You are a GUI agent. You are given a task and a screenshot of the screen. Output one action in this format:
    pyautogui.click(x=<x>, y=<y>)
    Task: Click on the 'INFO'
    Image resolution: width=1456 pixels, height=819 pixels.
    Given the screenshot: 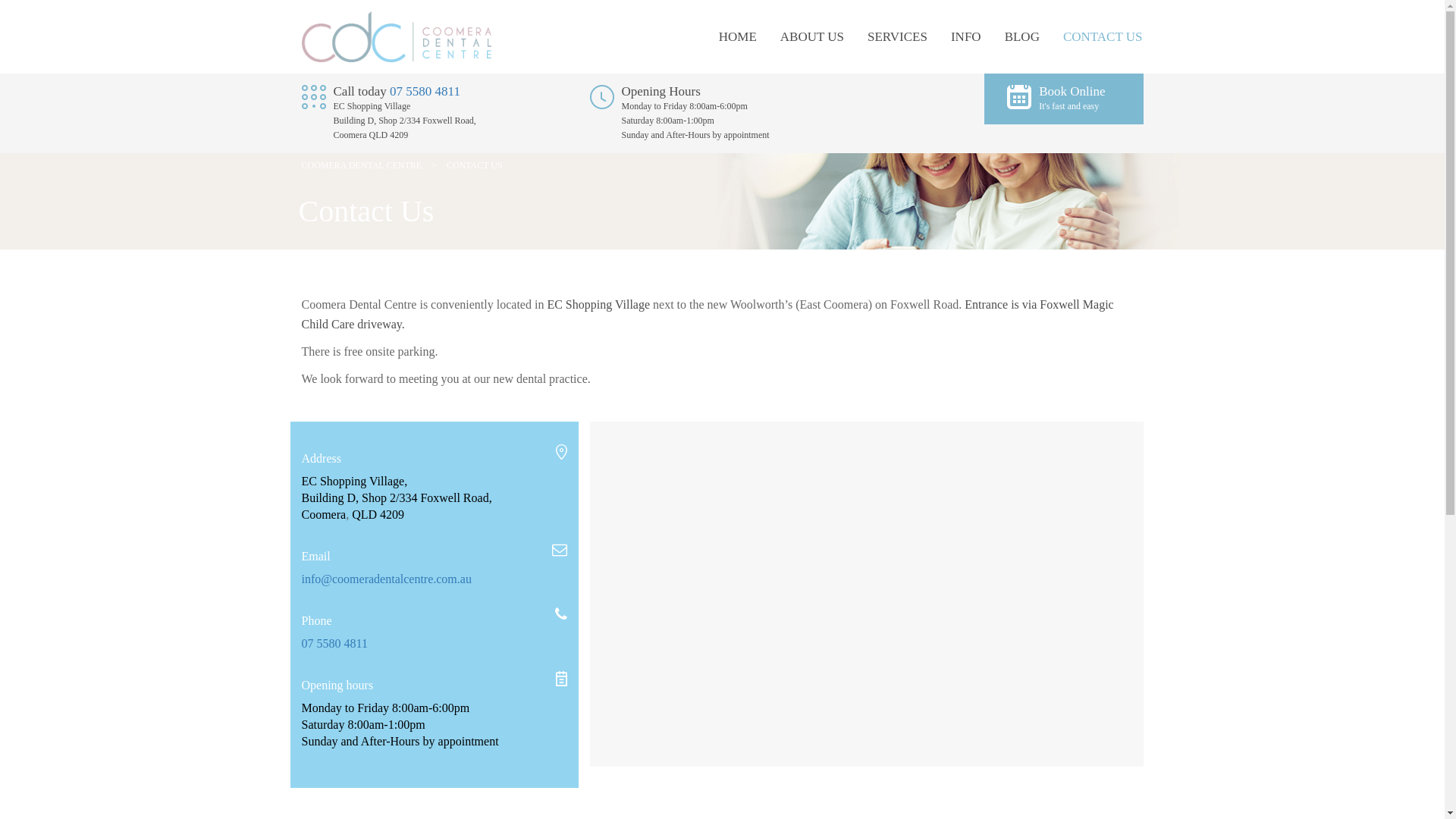 What is the action you would take?
    pyautogui.click(x=949, y=36)
    